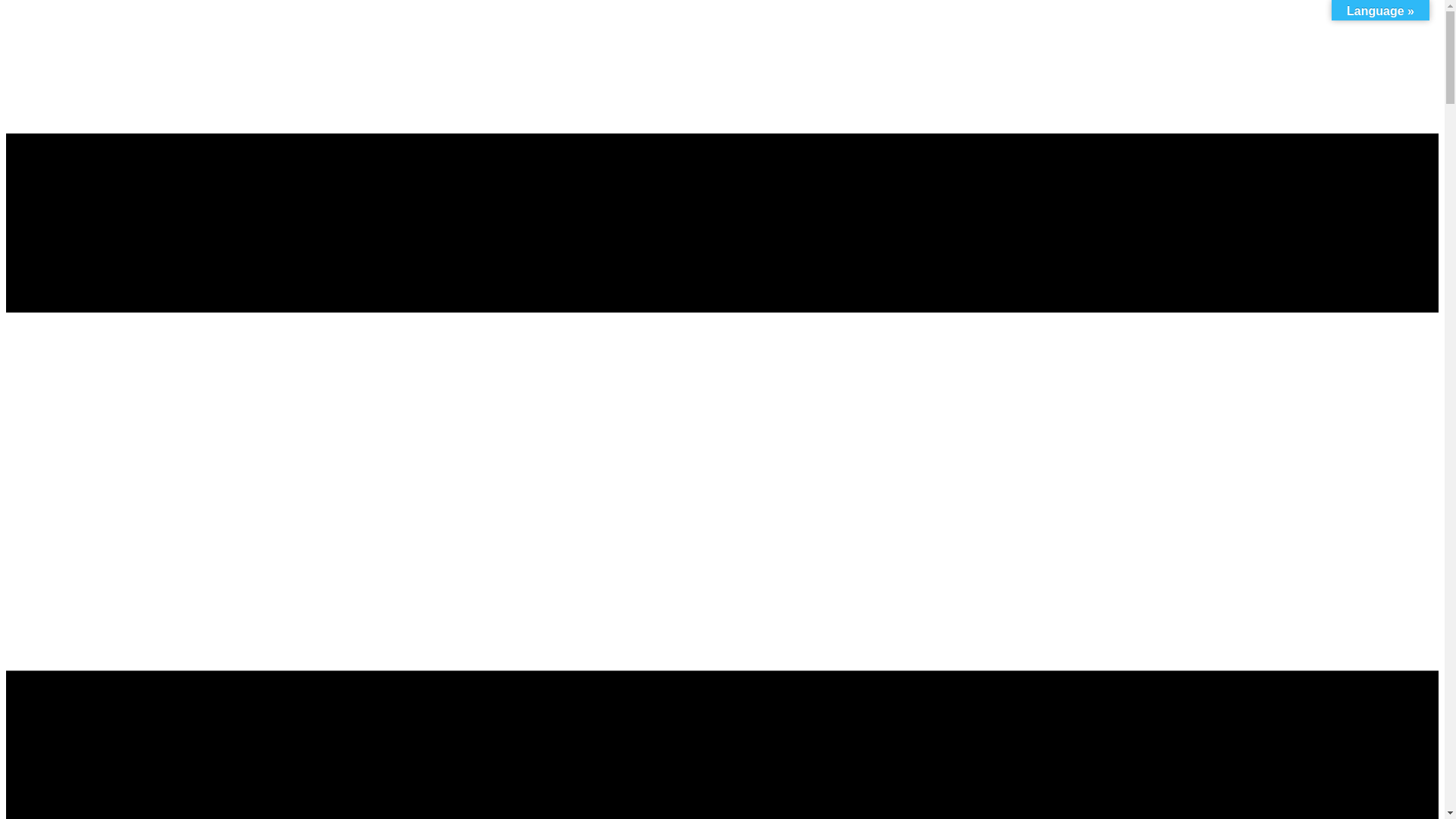 The width and height of the screenshot is (1456, 819). I want to click on 'Skip to content', so click(5, 42).